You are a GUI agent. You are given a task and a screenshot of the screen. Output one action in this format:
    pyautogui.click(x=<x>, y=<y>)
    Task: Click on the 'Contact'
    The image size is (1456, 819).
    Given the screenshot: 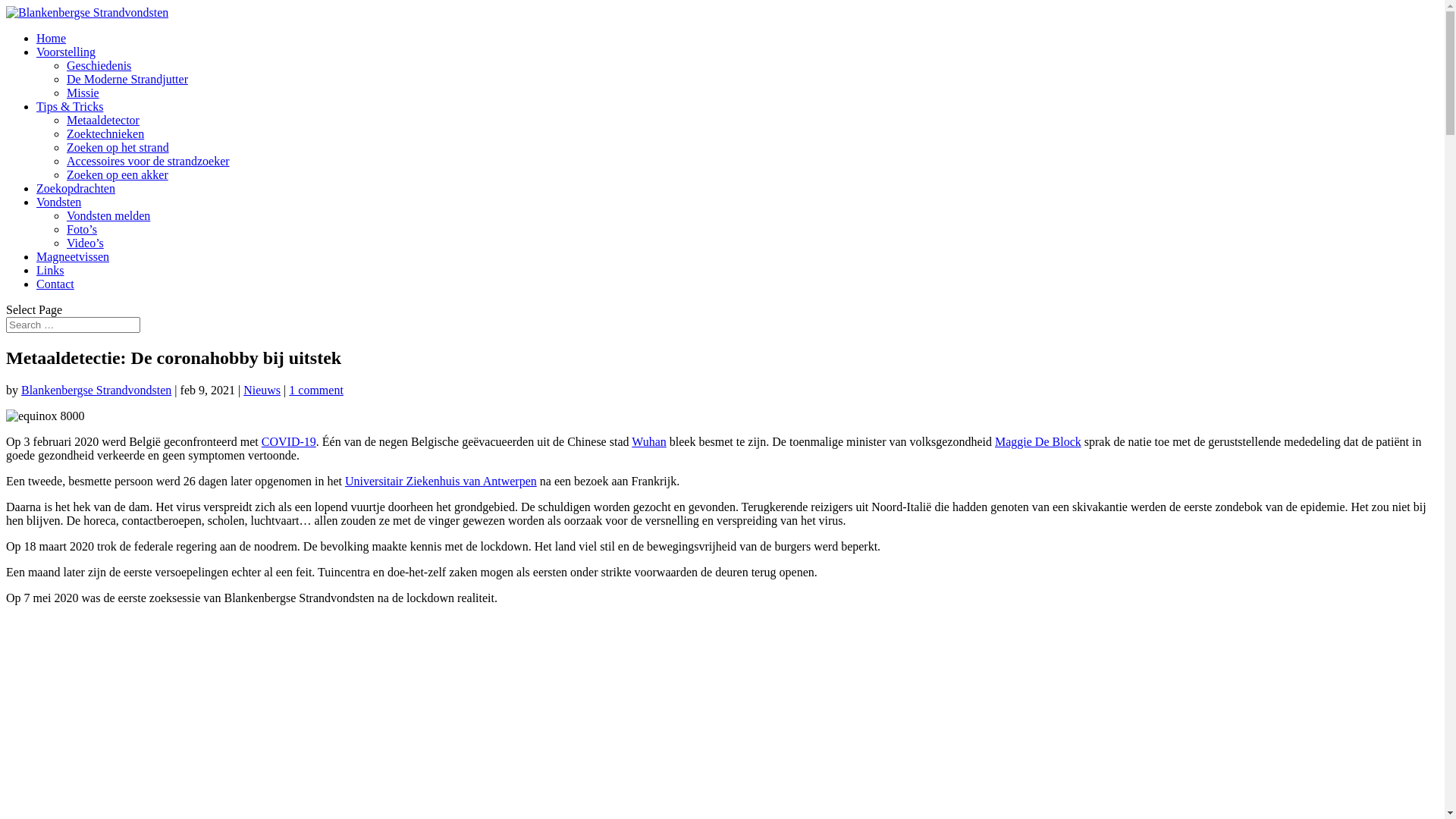 What is the action you would take?
    pyautogui.click(x=36, y=284)
    